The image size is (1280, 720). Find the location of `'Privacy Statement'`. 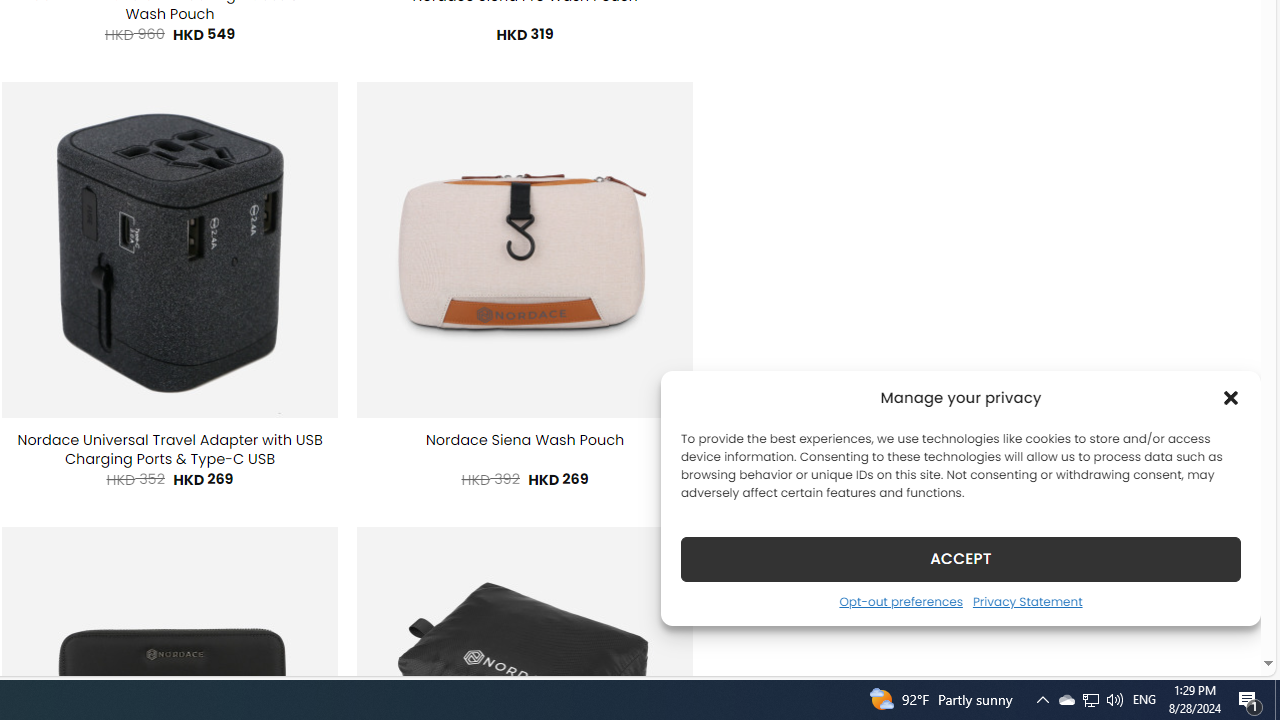

'Privacy Statement' is located at coordinates (1027, 600).